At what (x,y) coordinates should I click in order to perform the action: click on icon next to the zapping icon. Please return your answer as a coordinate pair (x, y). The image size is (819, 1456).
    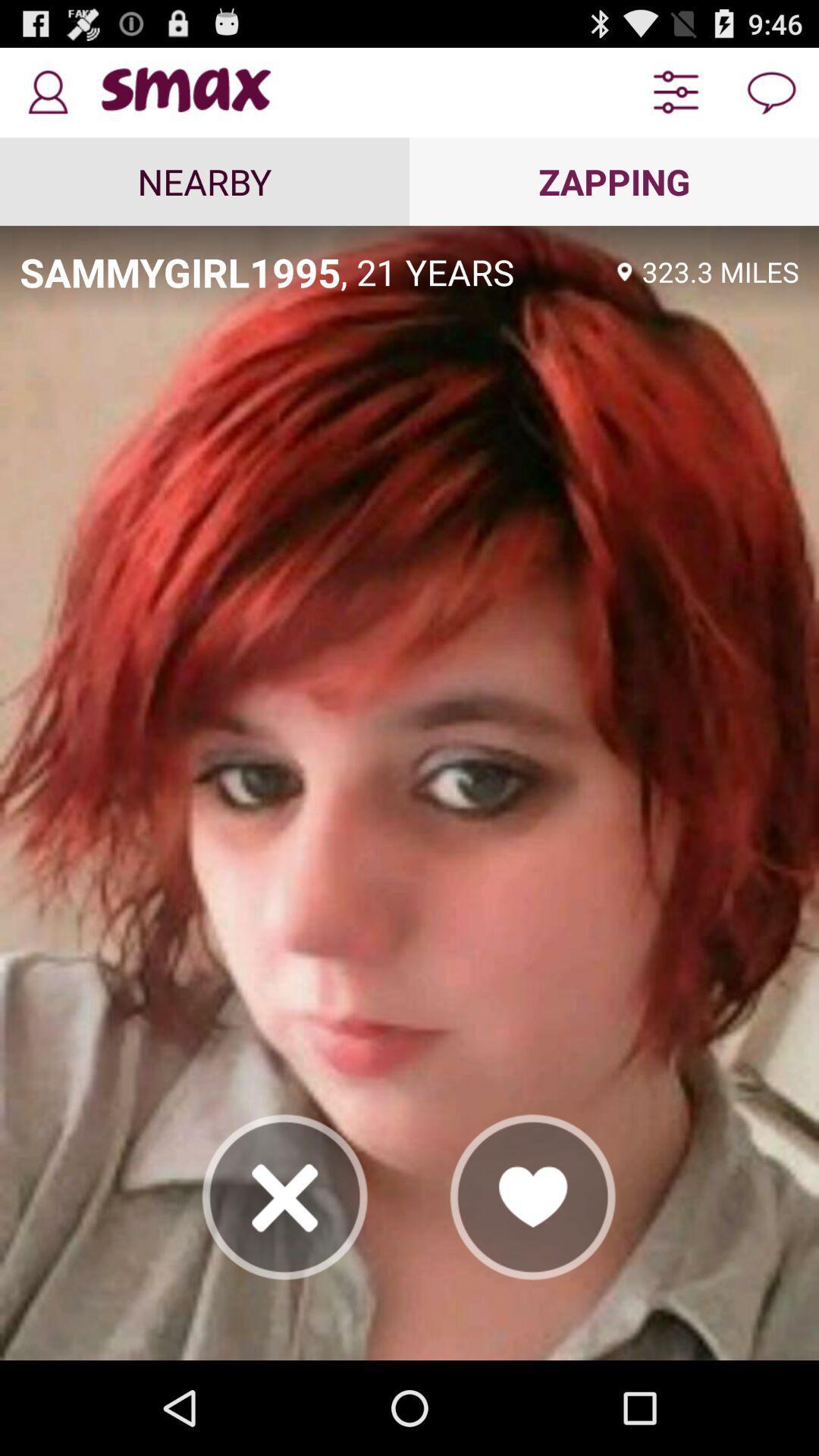
    Looking at the image, I should click on (205, 181).